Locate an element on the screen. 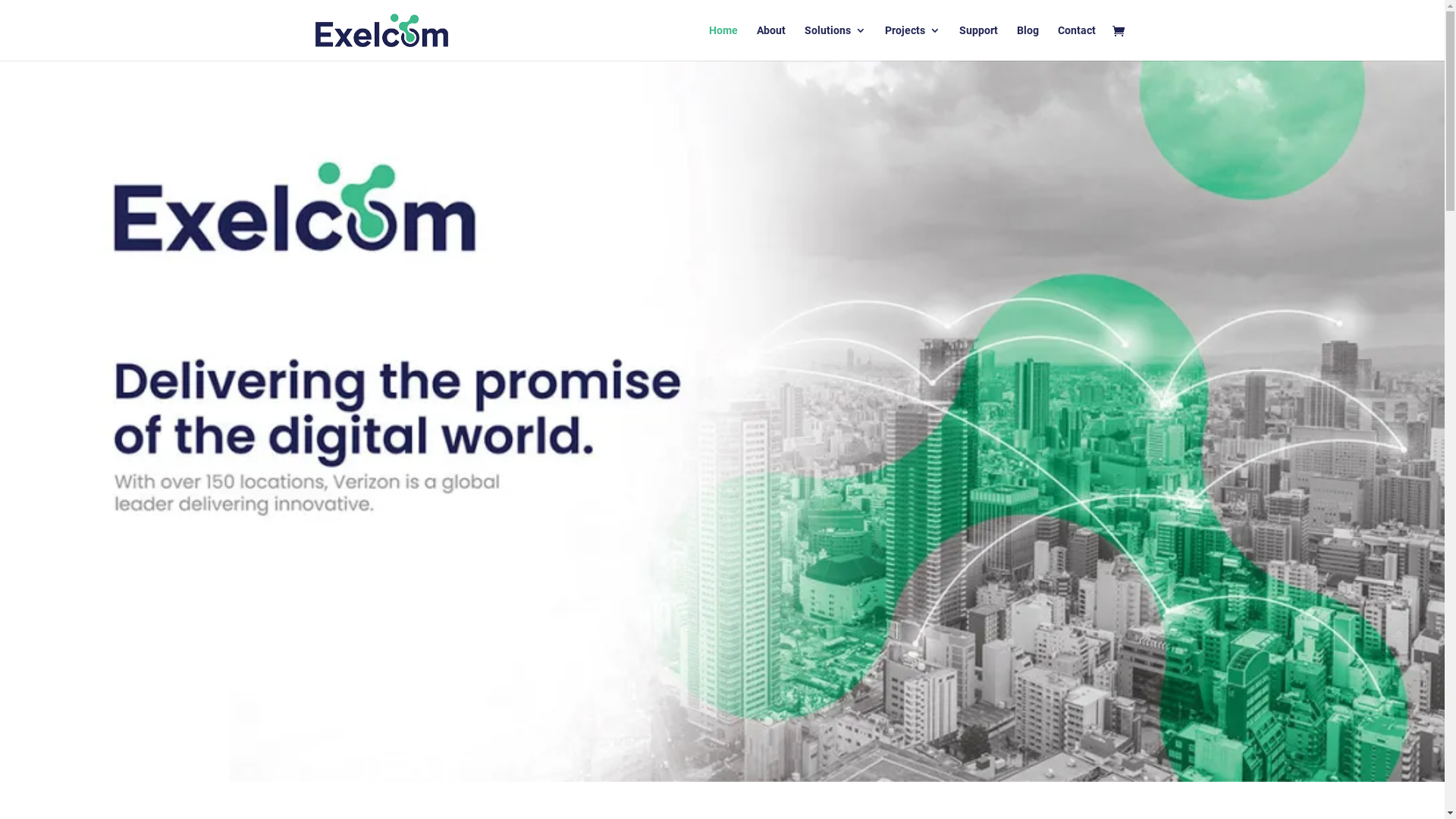 This screenshot has height=819, width=1456. 'Blog' is located at coordinates (1027, 42).